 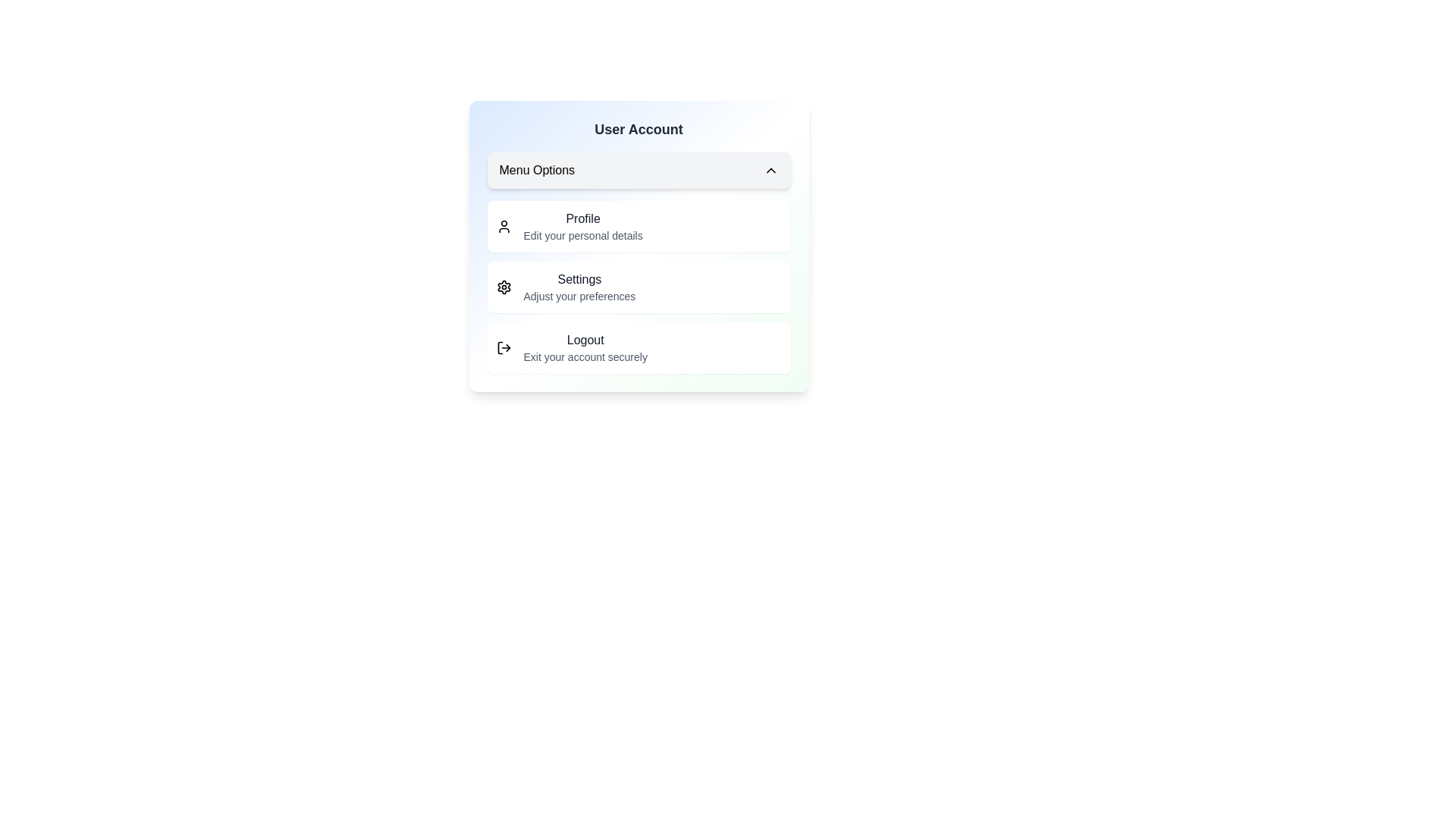 I want to click on the 'Menu Options' button to toggle the visibility of the menu, so click(x=639, y=170).